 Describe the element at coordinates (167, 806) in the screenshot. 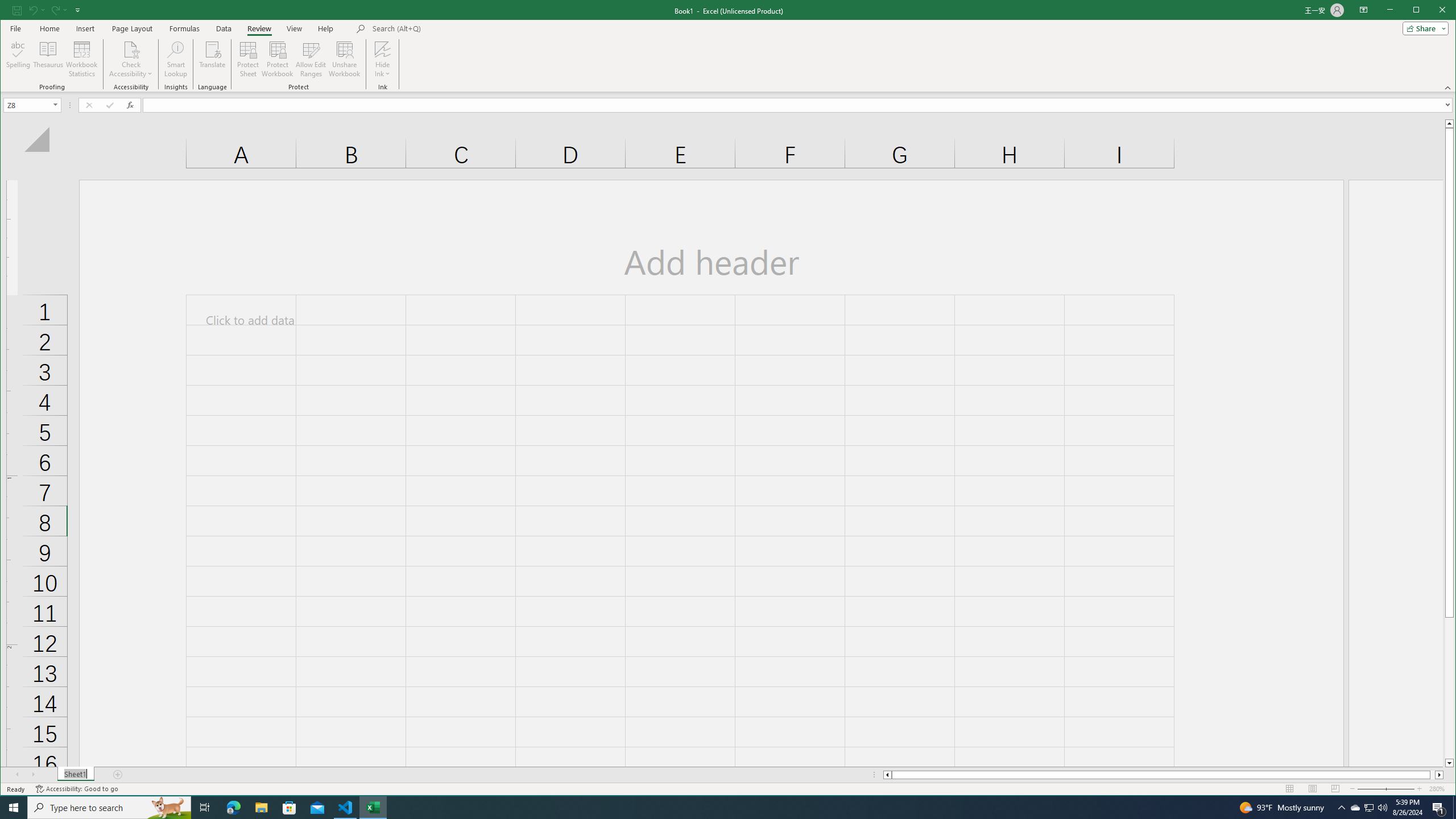

I see `'Search highlights icon opens search home window'` at that location.